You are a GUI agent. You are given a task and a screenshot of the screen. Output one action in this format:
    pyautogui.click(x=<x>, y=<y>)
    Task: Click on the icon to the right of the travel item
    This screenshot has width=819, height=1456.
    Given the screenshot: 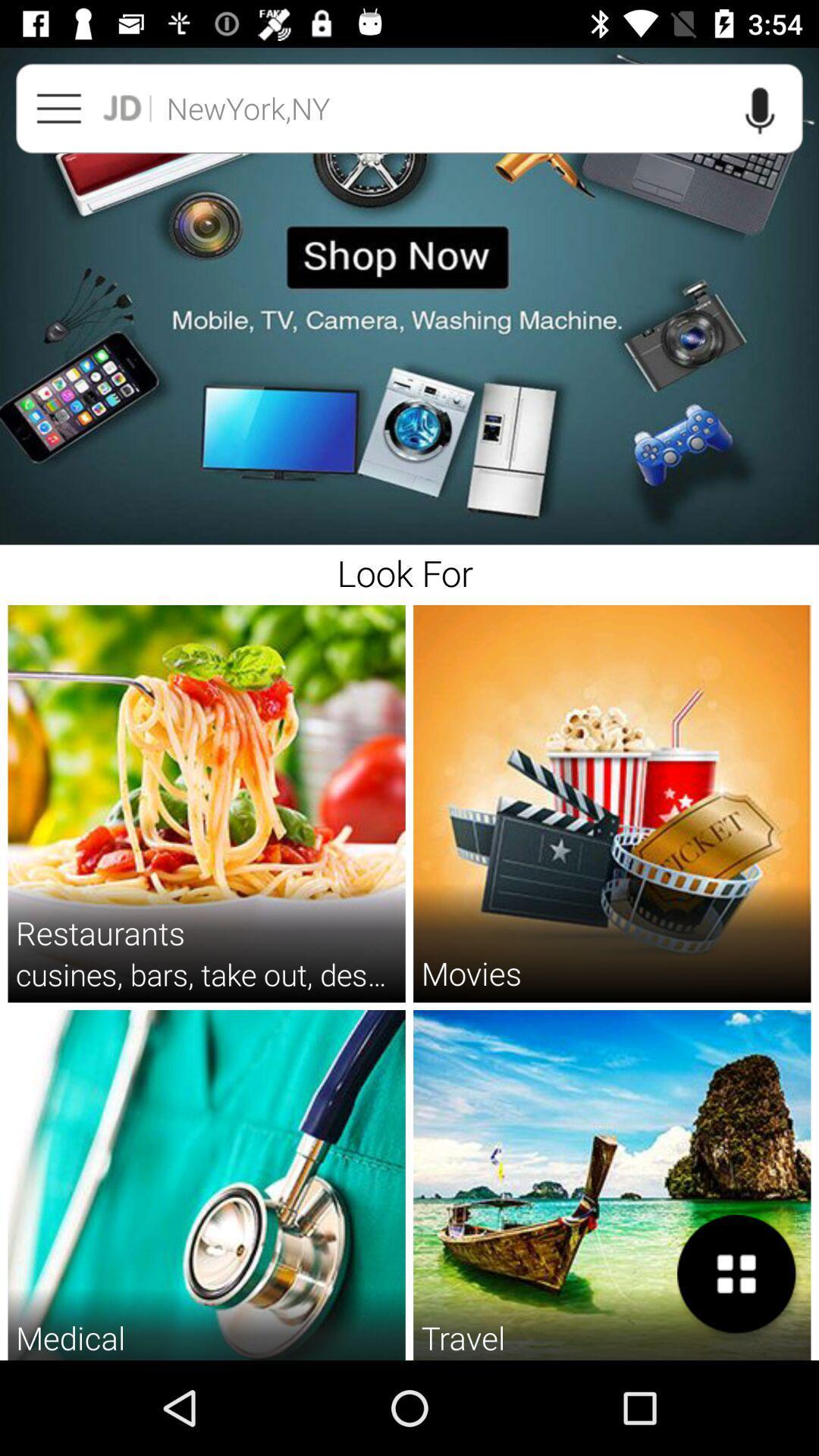 What is the action you would take?
    pyautogui.click(x=736, y=1274)
    